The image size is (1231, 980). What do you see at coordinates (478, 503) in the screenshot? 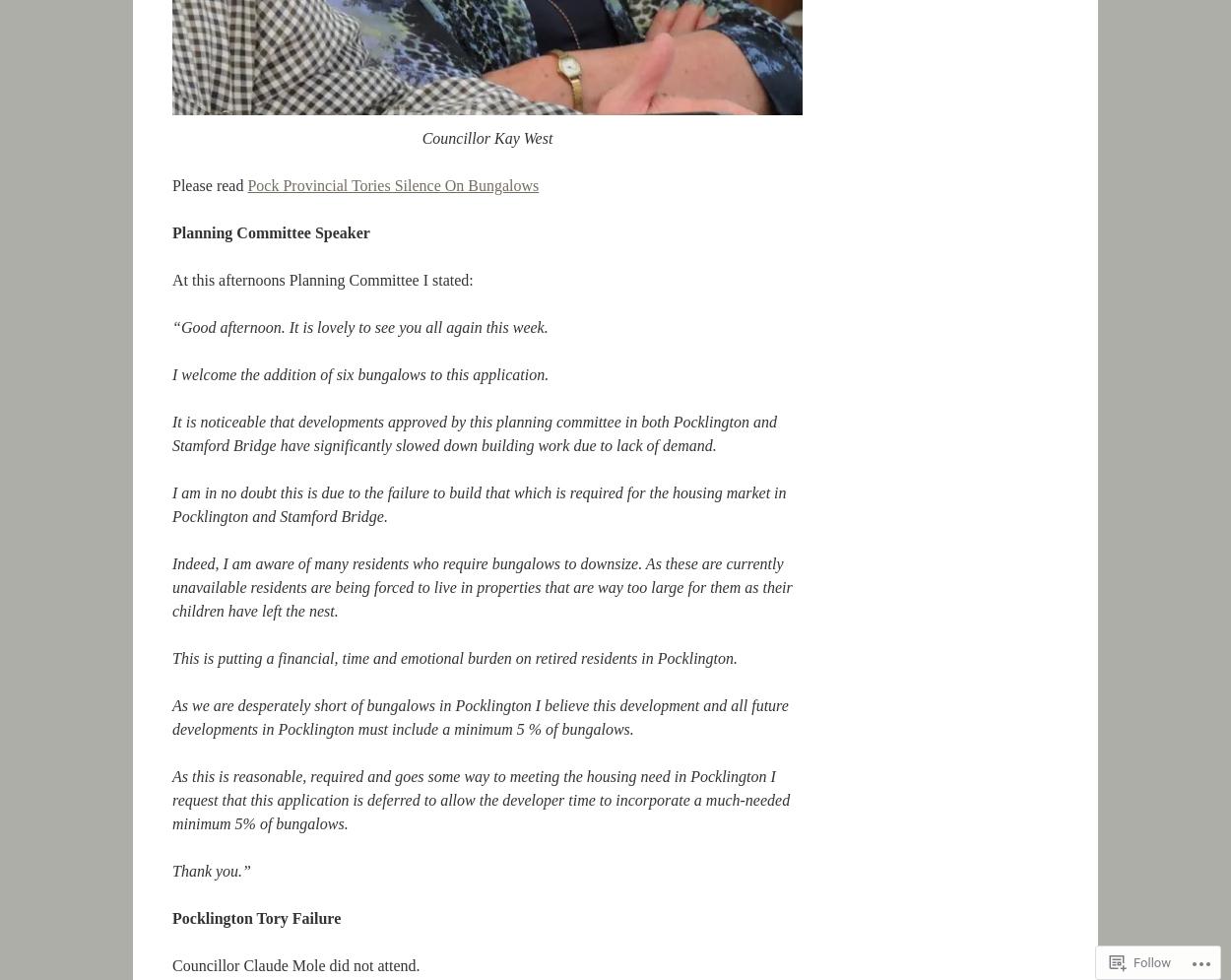
I see `'I am in no doubt this is due to the failure to build that which is required for the housing market in Pocklington and Stamford Bridge.'` at bounding box center [478, 503].